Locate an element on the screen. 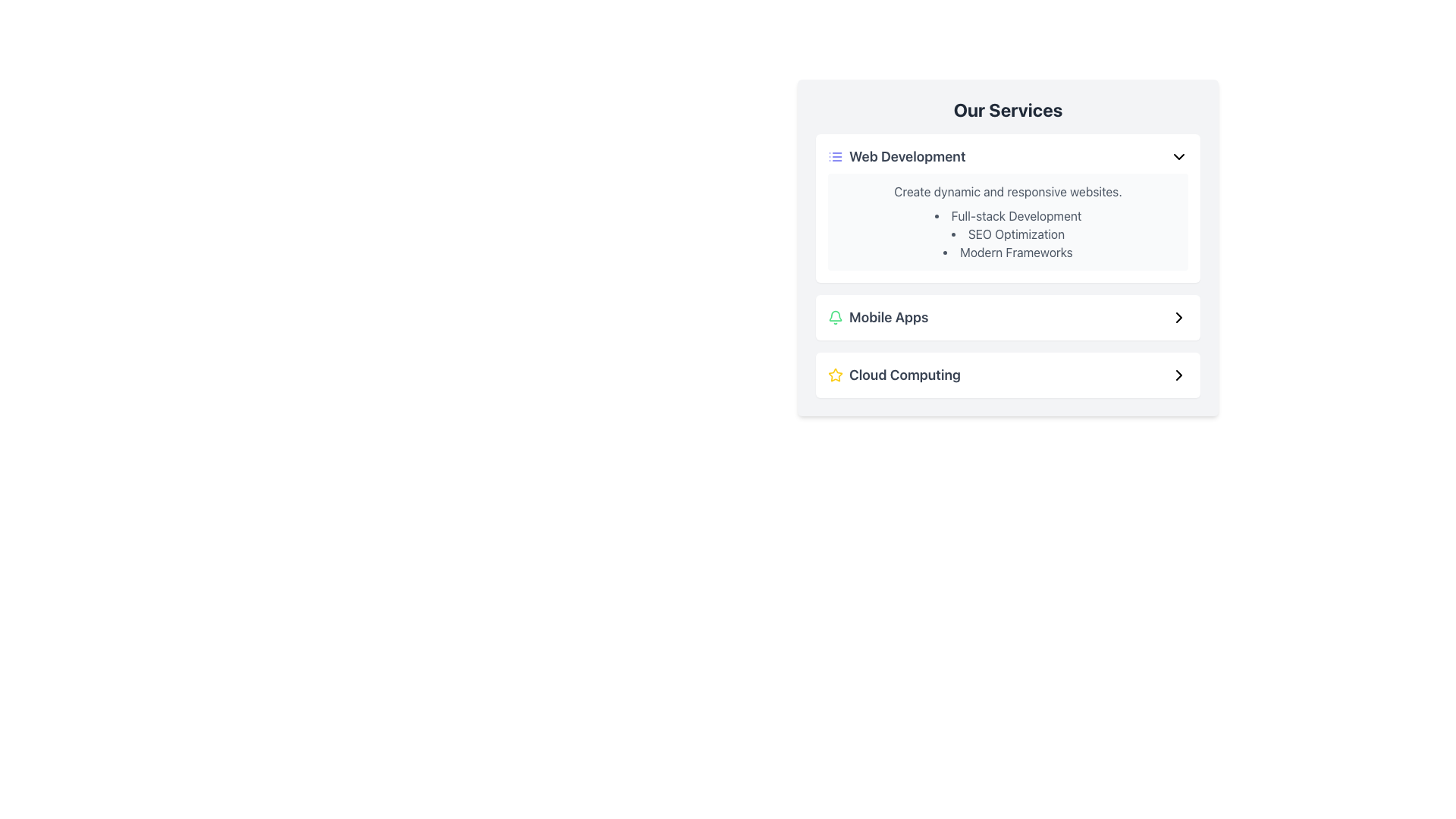 The image size is (1456, 819). the 'Mobile Apps' label with a green outlined bell icon located in the second row under 'Our Services' for further interaction is located at coordinates (877, 317).